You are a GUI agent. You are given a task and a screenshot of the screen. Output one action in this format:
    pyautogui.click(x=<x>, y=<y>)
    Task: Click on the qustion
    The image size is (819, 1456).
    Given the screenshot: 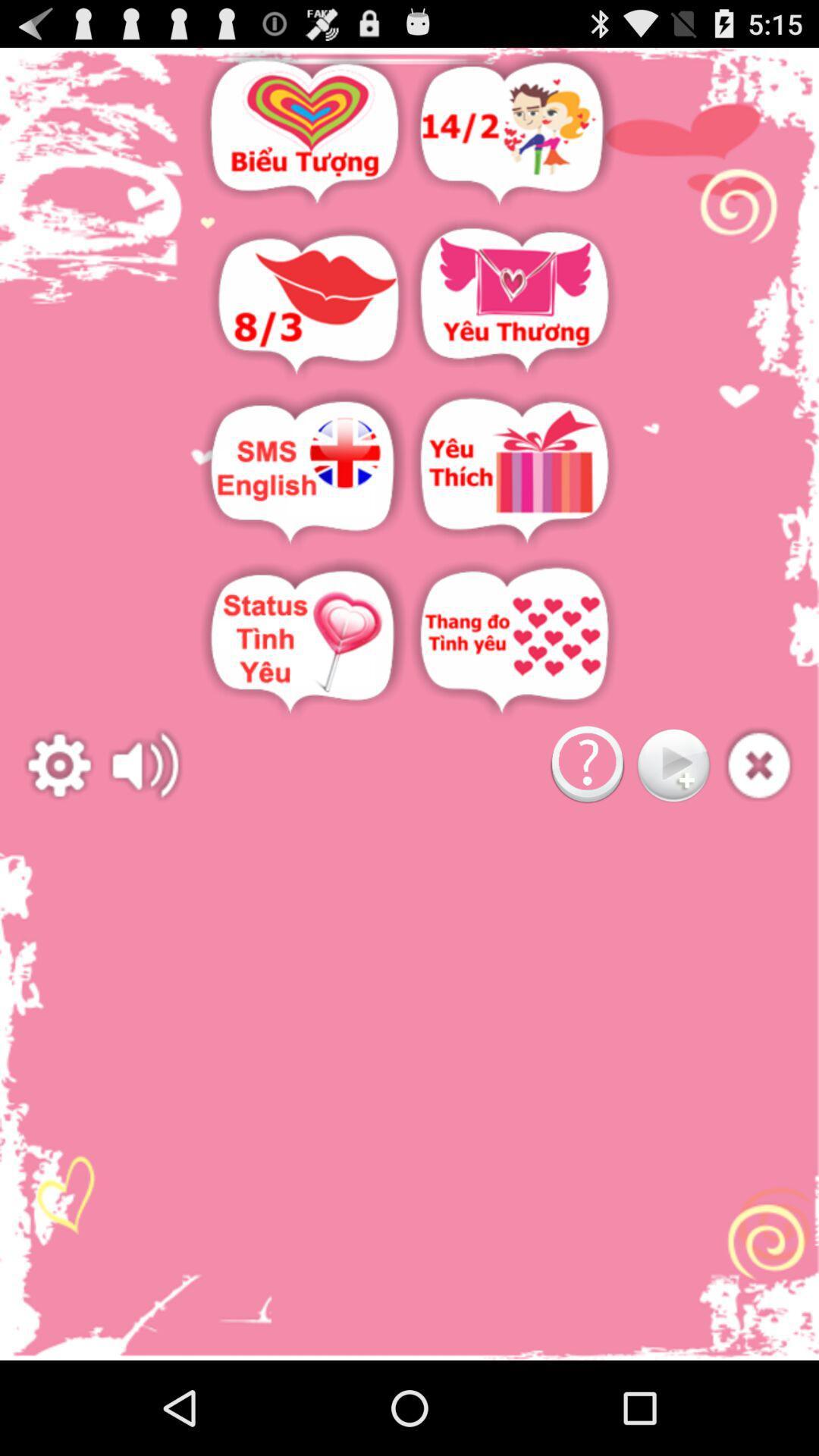 What is the action you would take?
    pyautogui.click(x=586, y=765)
    